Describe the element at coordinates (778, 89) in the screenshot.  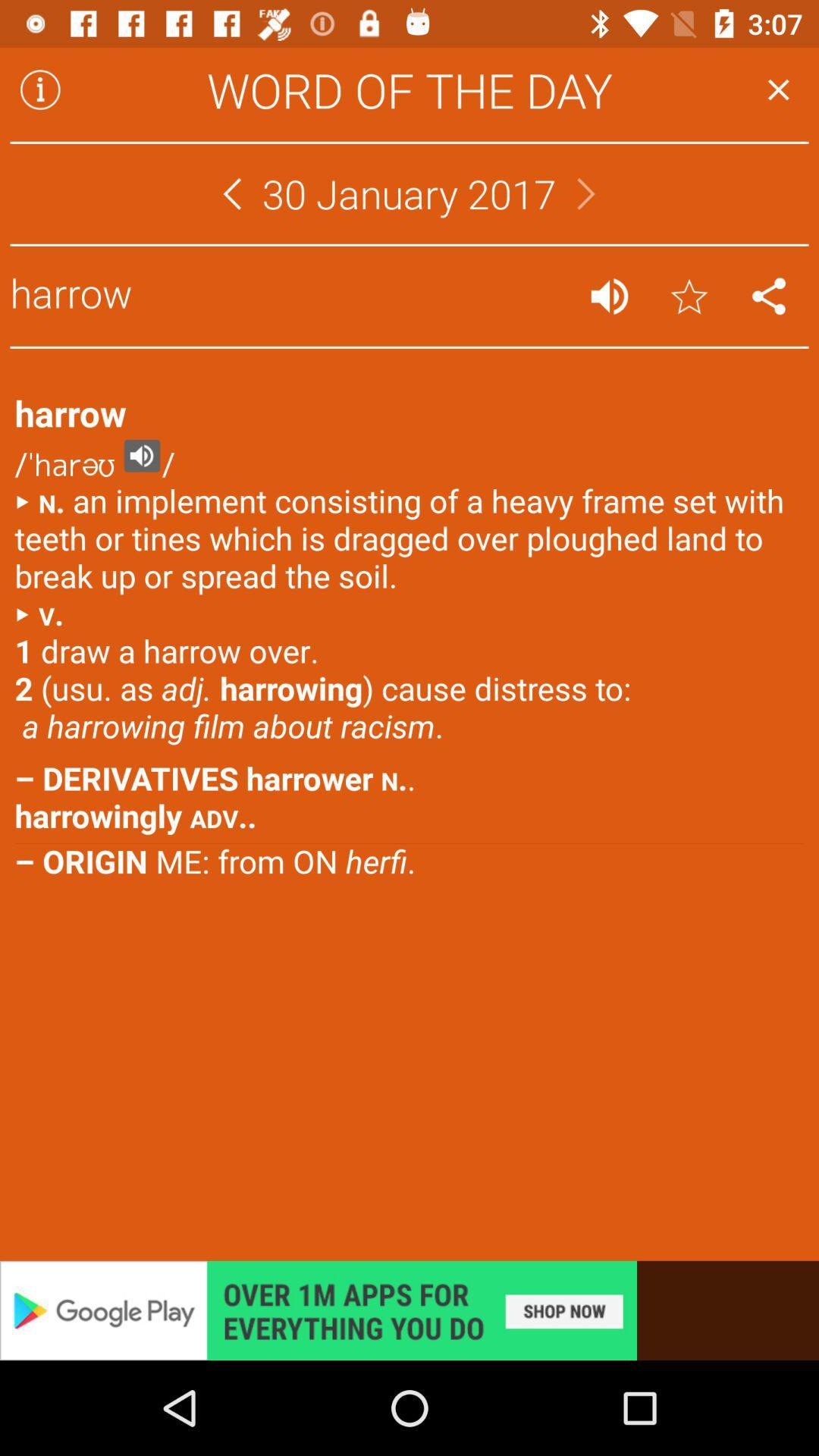
I see `exit word of the day` at that location.